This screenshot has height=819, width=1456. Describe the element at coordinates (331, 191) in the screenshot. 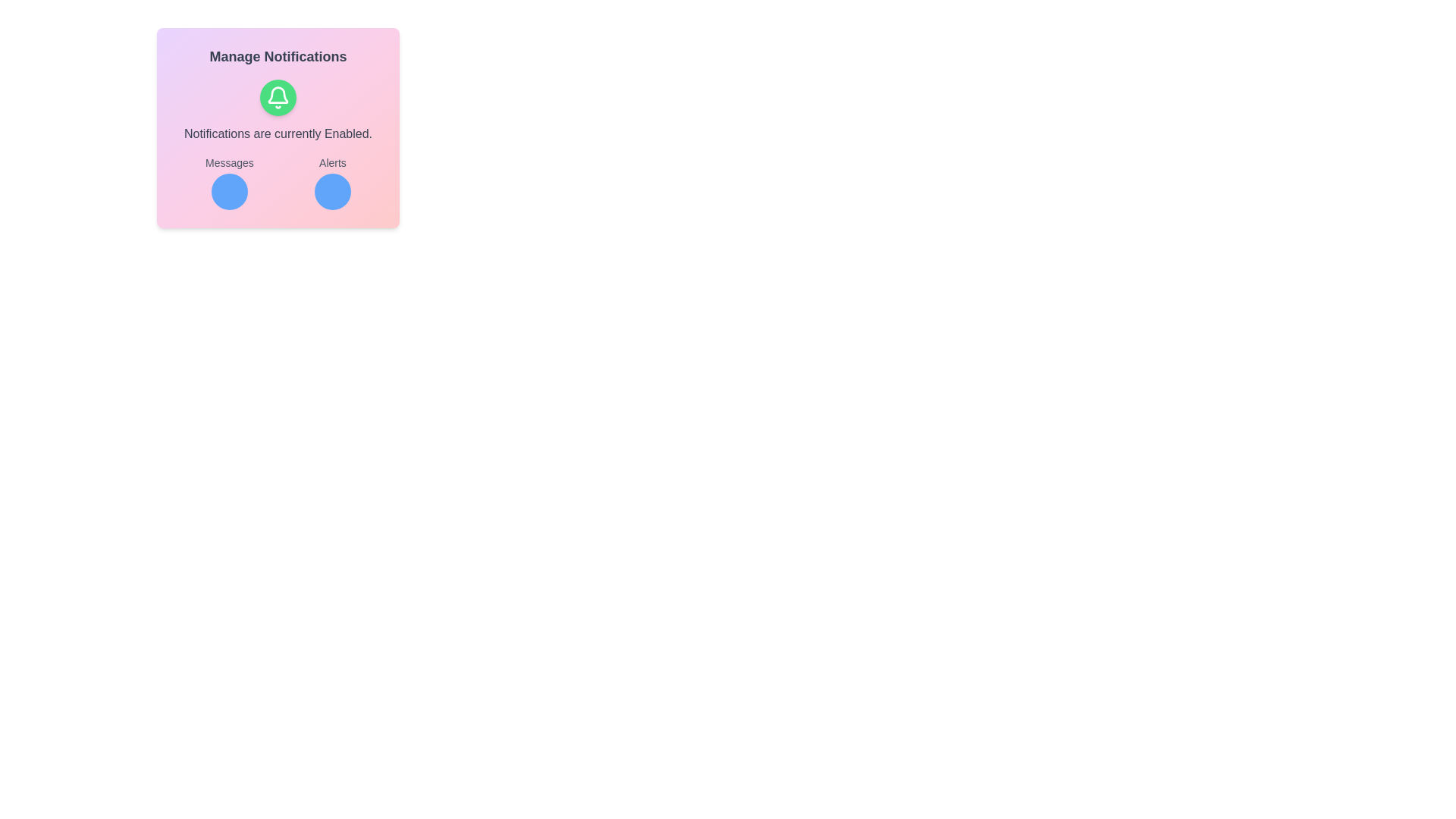

I see `the second circular blue button located in the notification interface to interact` at that location.